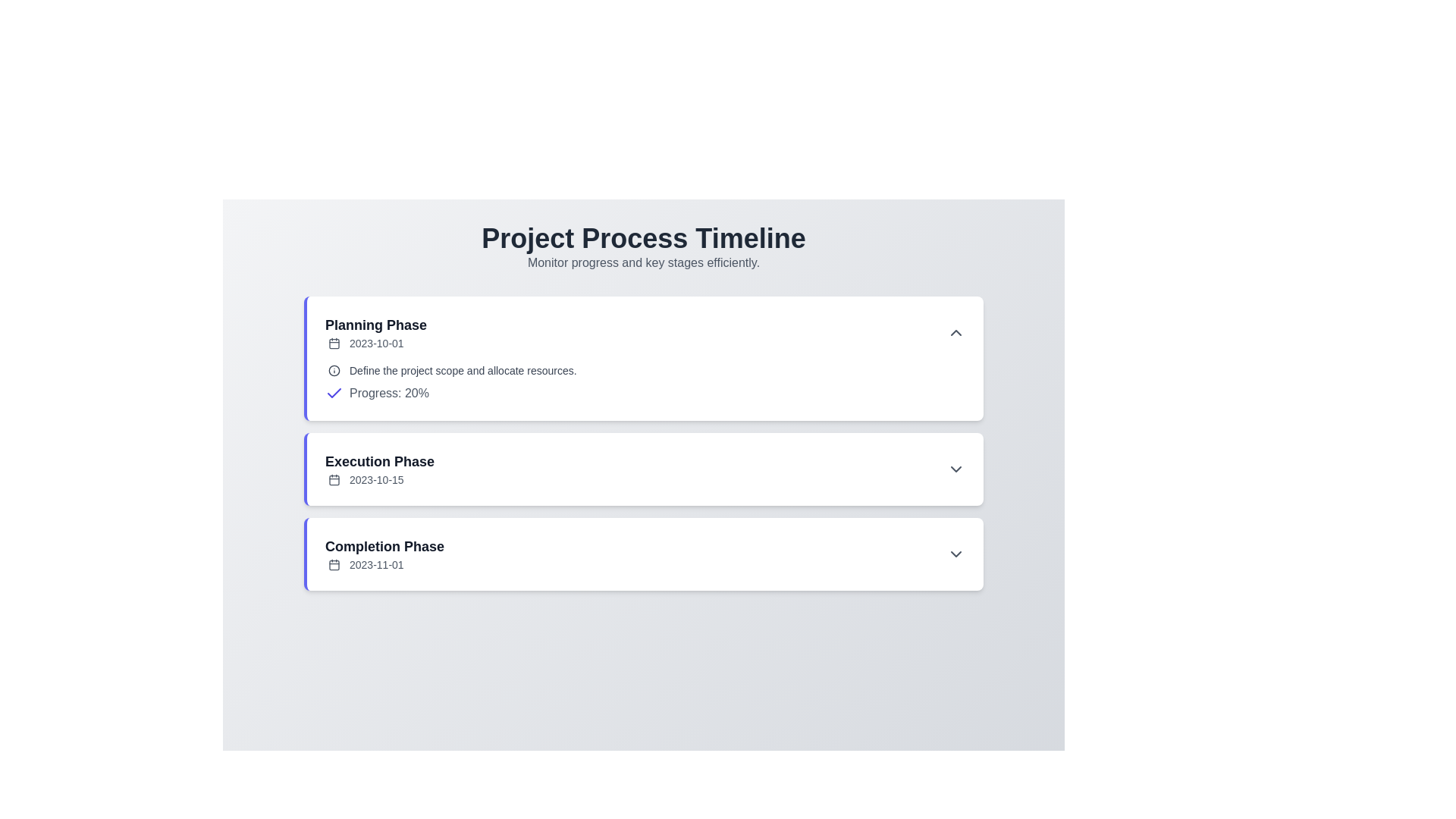 The image size is (1456, 819). Describe the element at coordinates (334, 479) in the screenshot. I see `the main body of the calendar icon located within the 'Execution Phase' card` at that location.